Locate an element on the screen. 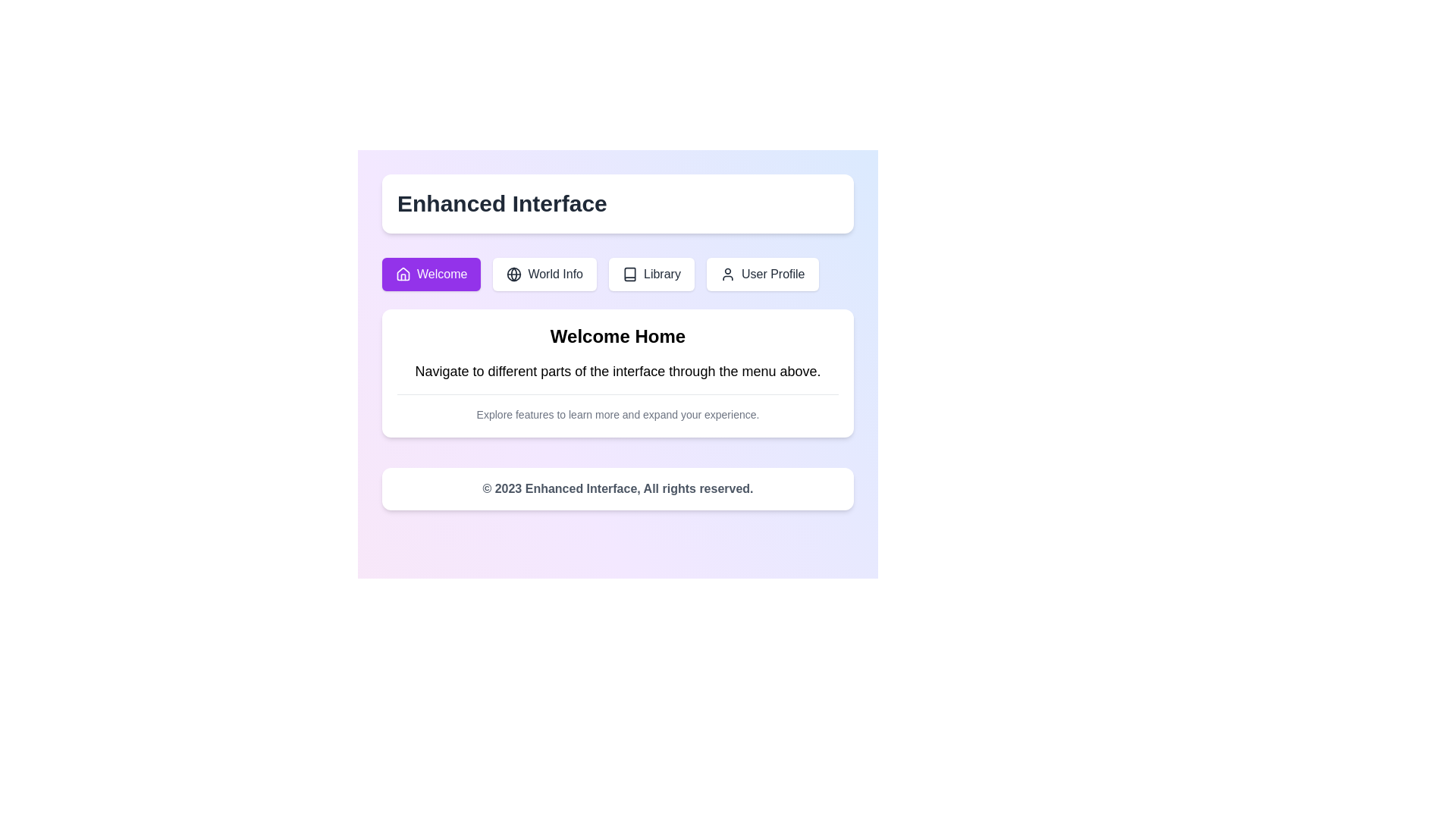 This screenshot has width=1456, height=819. the 'Welcome' button, which is a purple rectangular button with white text and a house icon, using keyboard navigation is located at coordinates (431, 274).